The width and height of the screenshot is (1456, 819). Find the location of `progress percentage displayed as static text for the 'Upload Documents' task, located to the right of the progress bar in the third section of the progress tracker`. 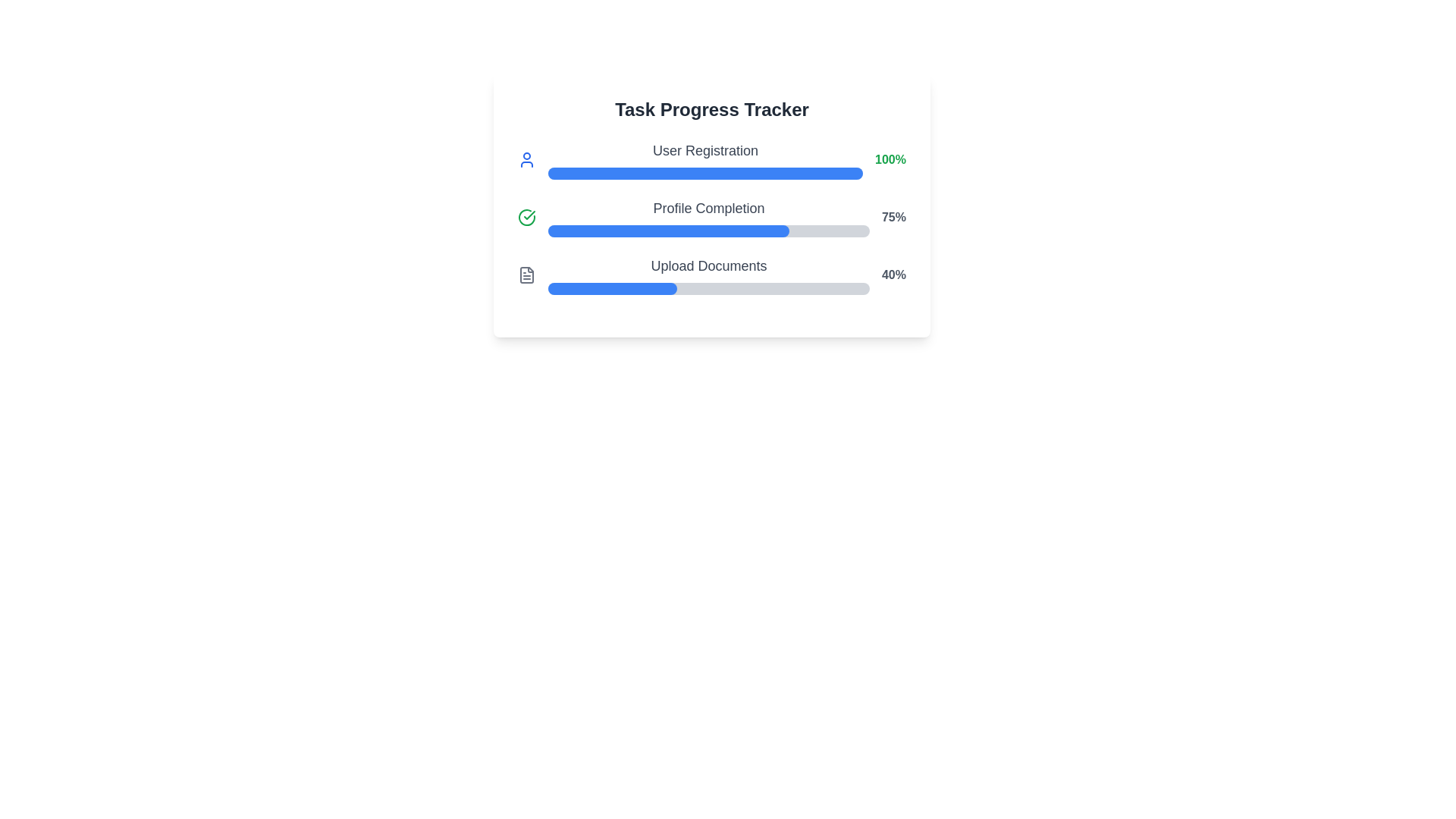

progress percentage displayed as static text for the 'Upload Documents' task, located to the right of the progress bar in the third section of the progress tracker is located at coordinates (894, 275).